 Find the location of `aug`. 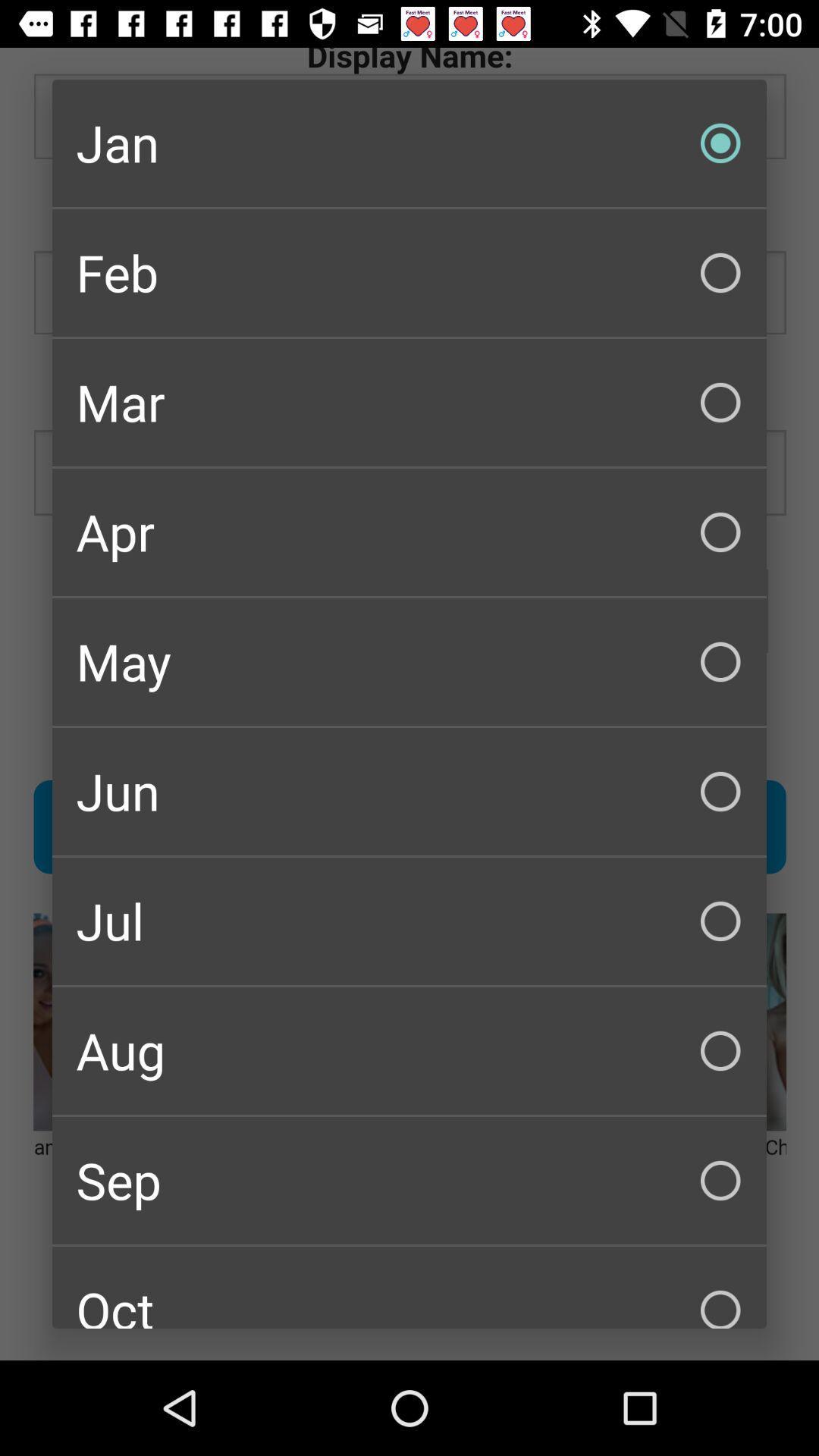

aug is located at coordinates (409, 1050).